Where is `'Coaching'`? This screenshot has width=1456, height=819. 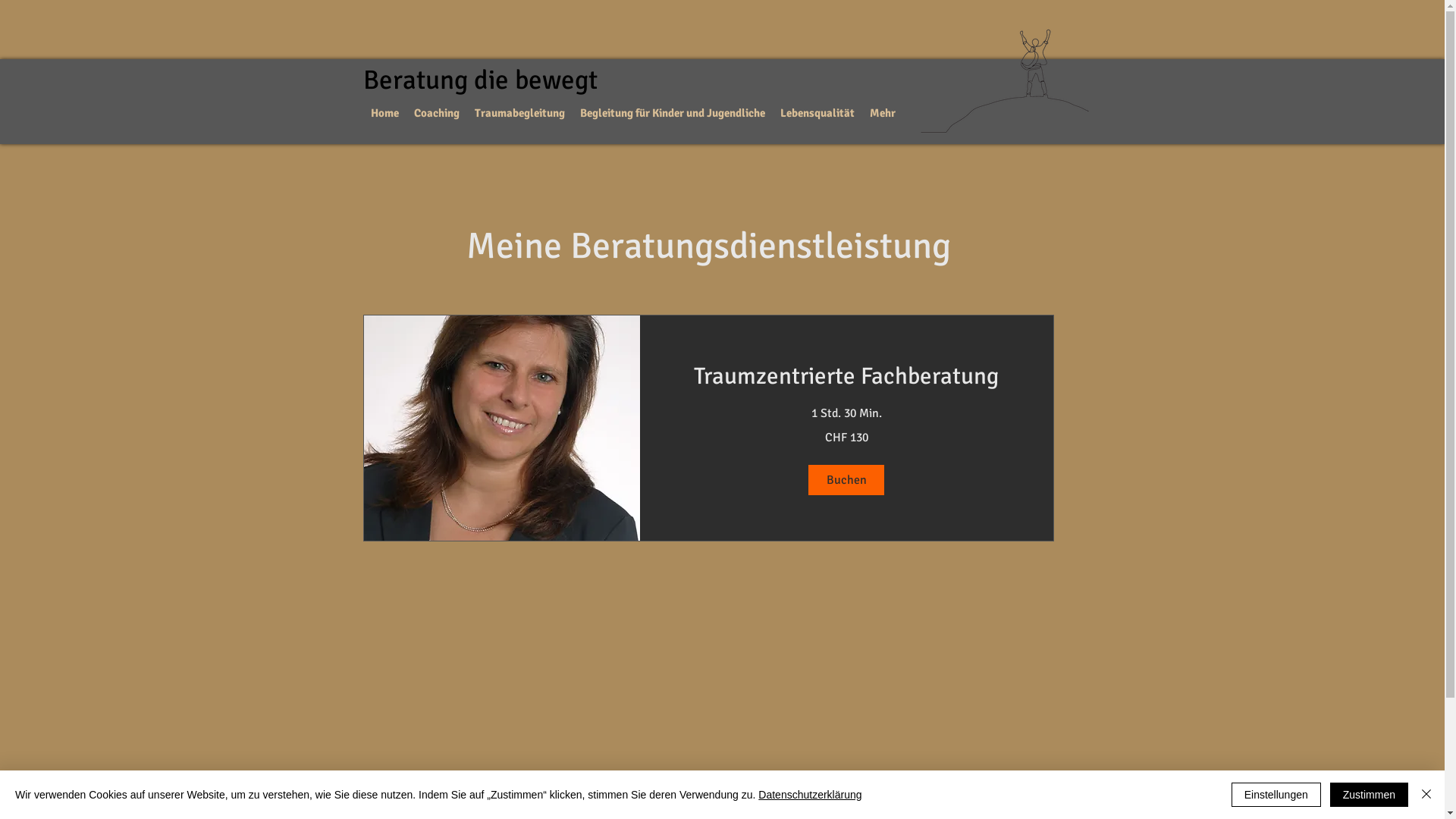 'Coaching' is located at coordinates (436, 112).